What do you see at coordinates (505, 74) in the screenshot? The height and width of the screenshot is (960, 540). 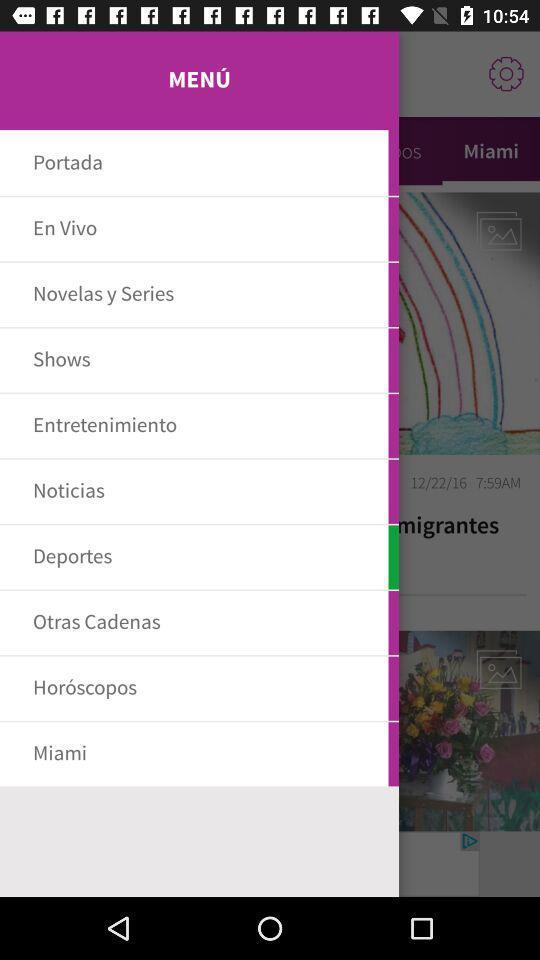 I see `the settings icon from the right top` at bounding box center [505, 74].